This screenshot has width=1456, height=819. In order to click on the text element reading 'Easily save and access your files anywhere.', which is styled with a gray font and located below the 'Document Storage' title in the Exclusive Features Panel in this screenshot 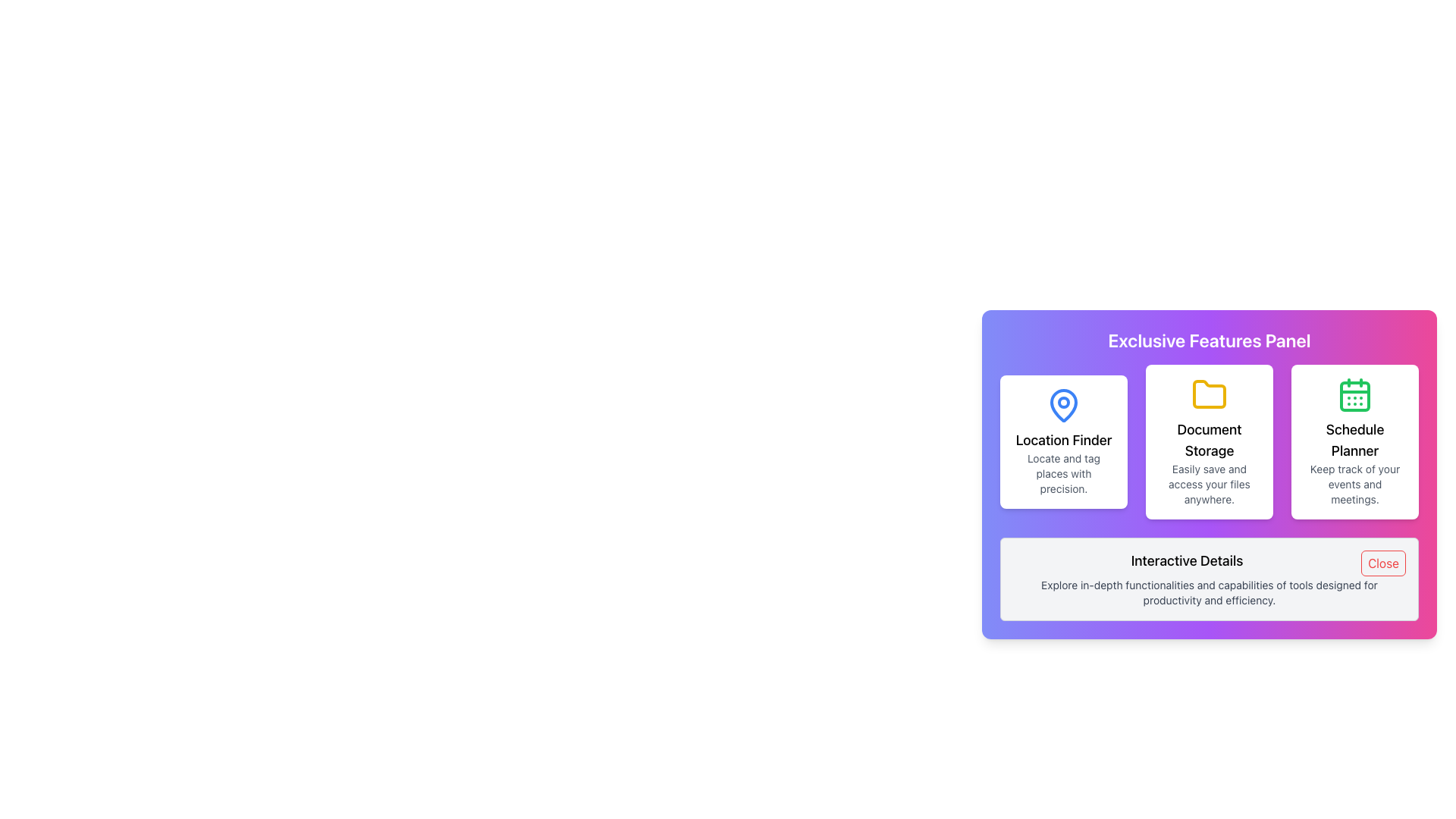, I will do `click(1208, 485)`.